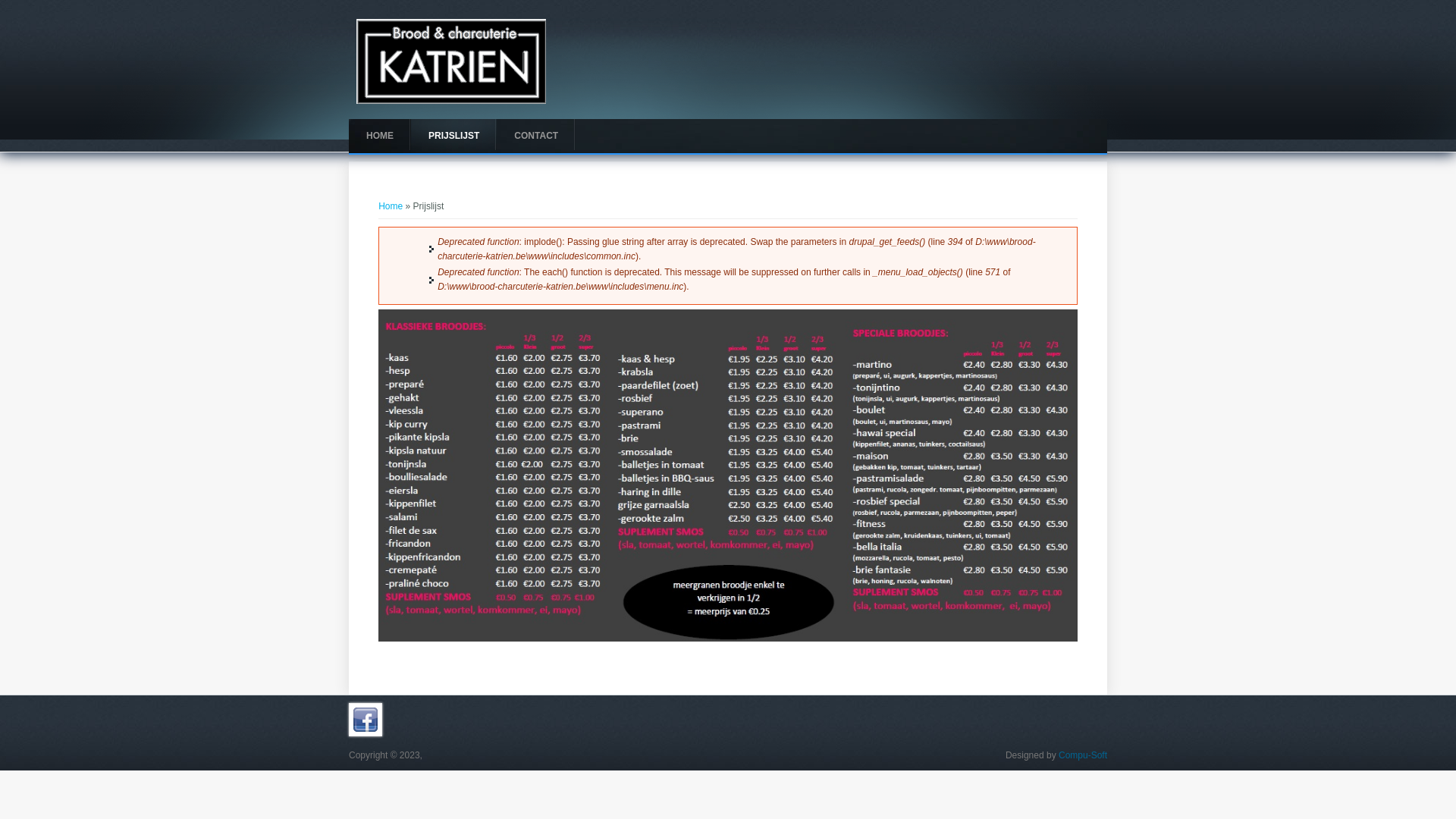  Describe the element at coordinates (535, 135) in the screenshot. I see `'CONTACT'` at that location.